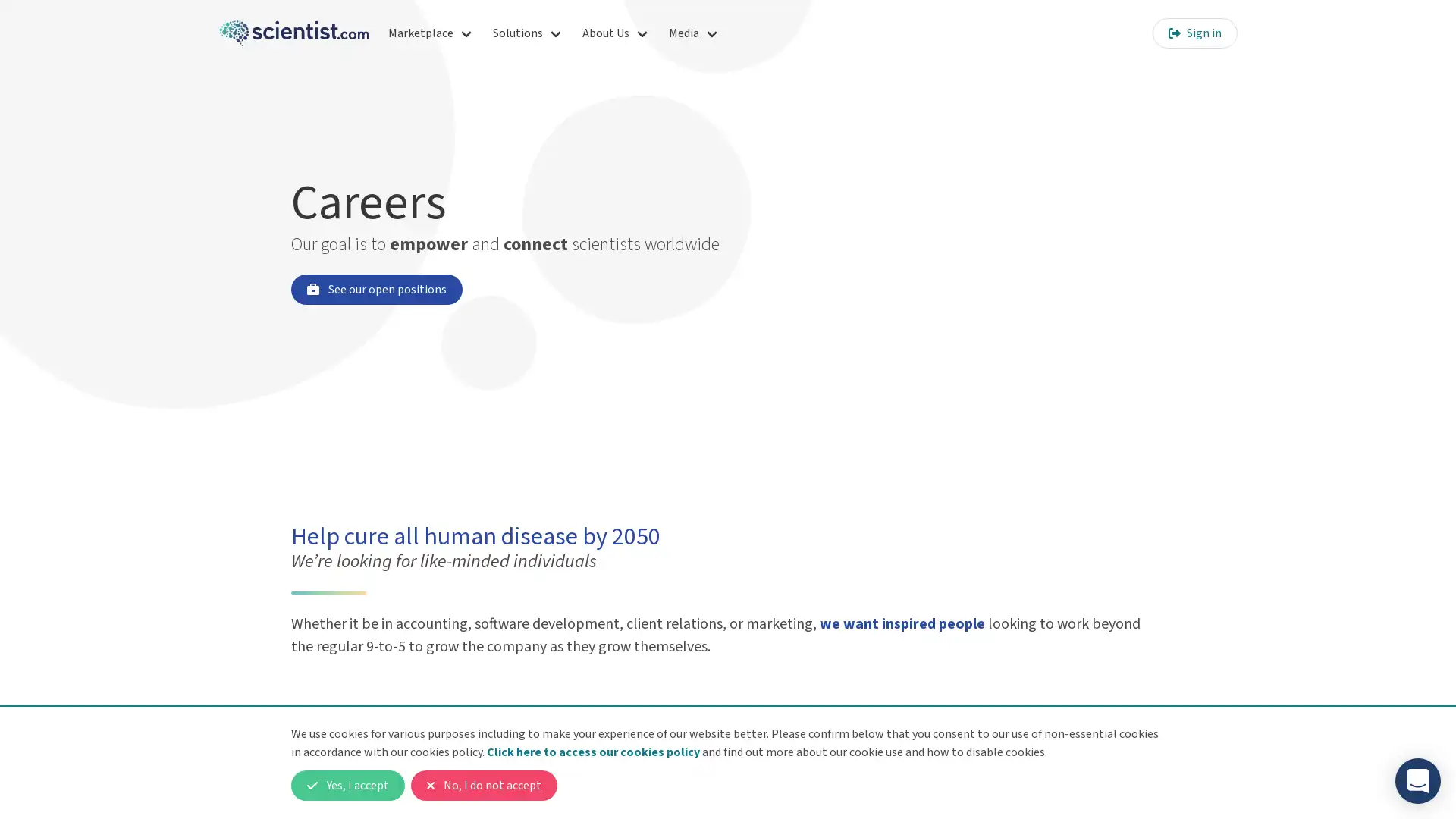 The height and width of the screenshot is (819, 1456). I want to click on Sign in, so click(1194, 33).